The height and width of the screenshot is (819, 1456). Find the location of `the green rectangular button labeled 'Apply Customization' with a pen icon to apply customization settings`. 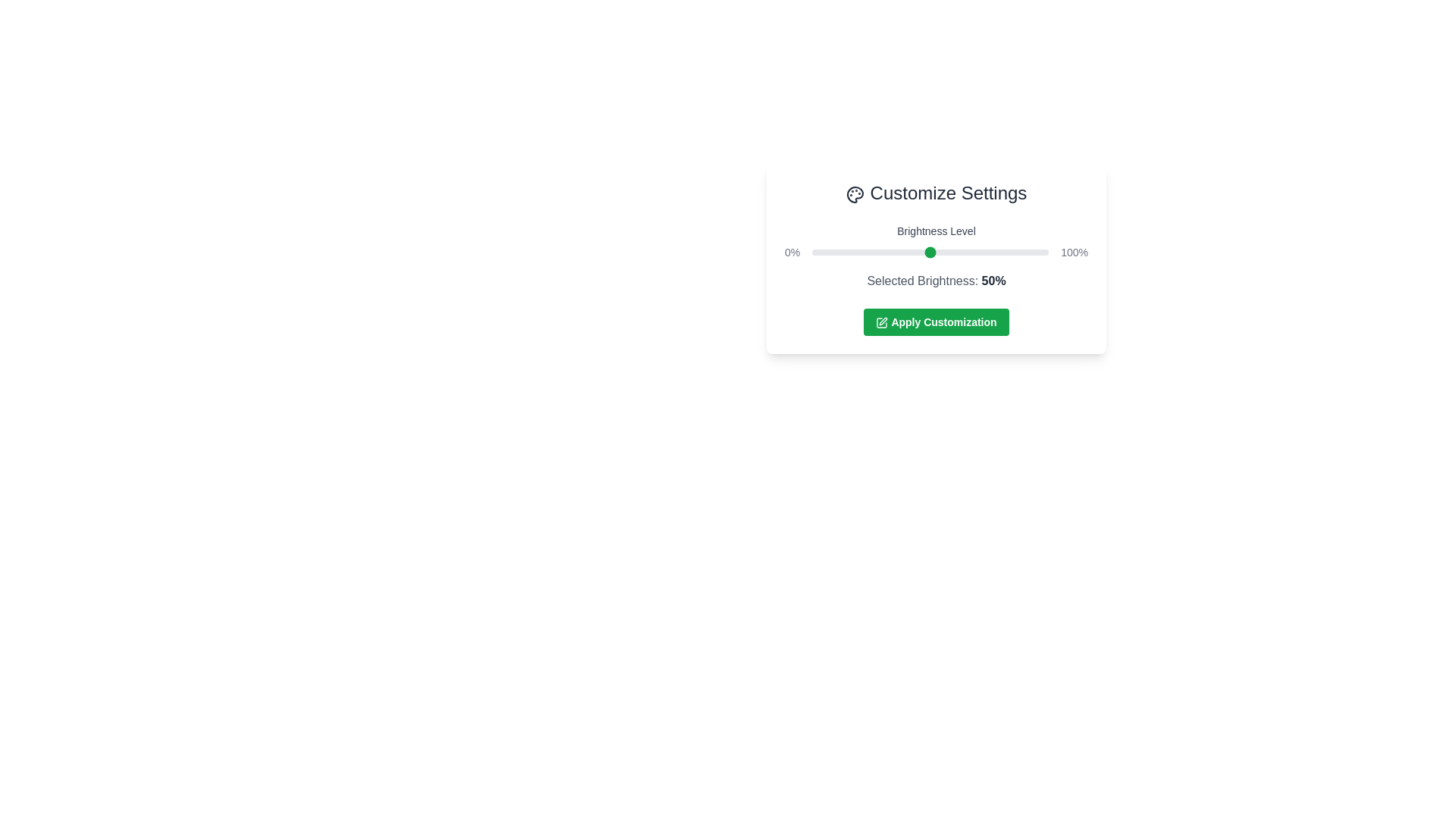

the green rectangular button labeled 'Apply Customization' with a pen icon to apply customization settings is located at coordinates (935, 321).